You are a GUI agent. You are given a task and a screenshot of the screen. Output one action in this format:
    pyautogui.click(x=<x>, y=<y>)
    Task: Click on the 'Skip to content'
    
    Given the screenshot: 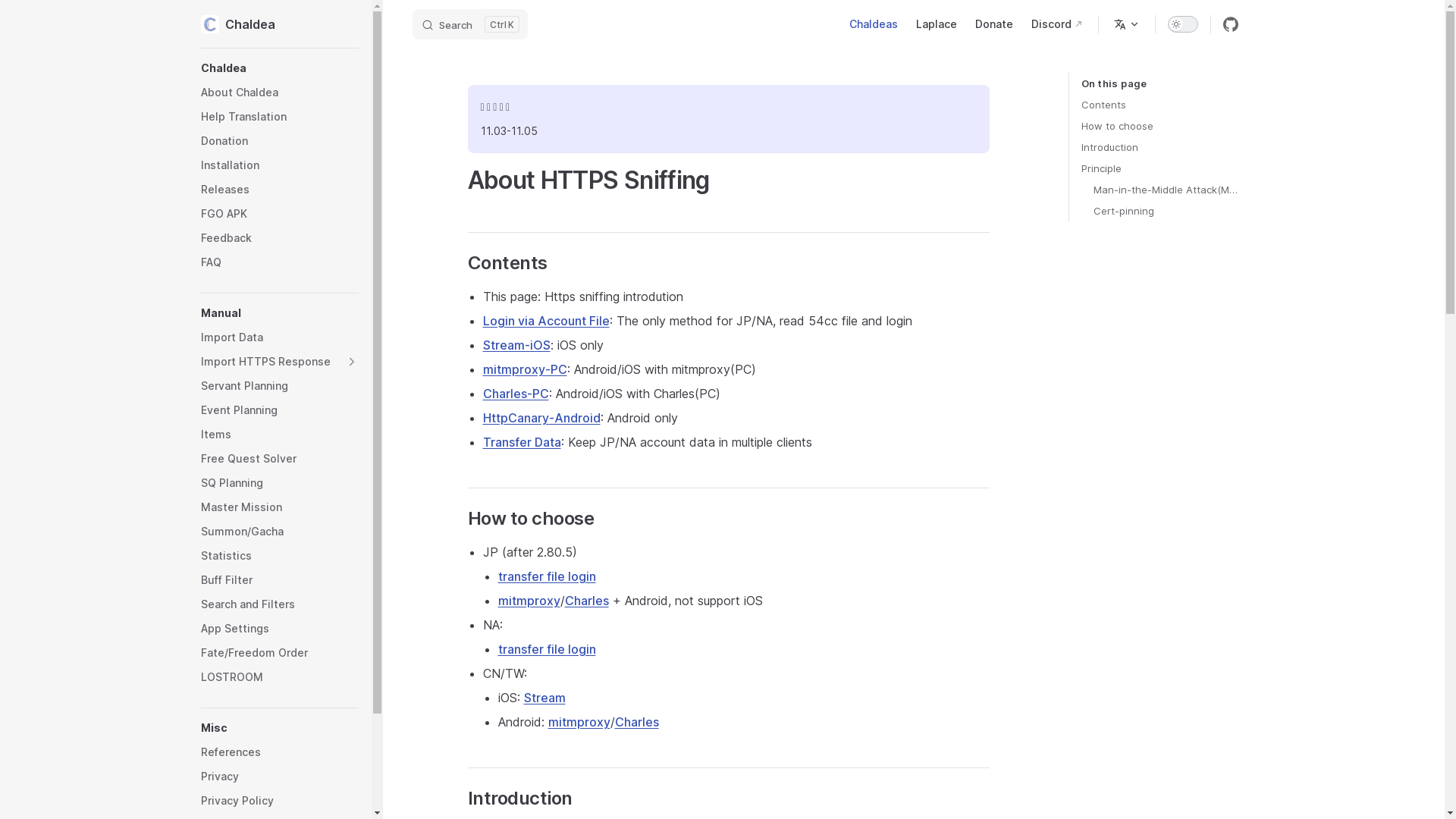 What is the action you would take?
    pyautogui.click(x=24, y=17)
    